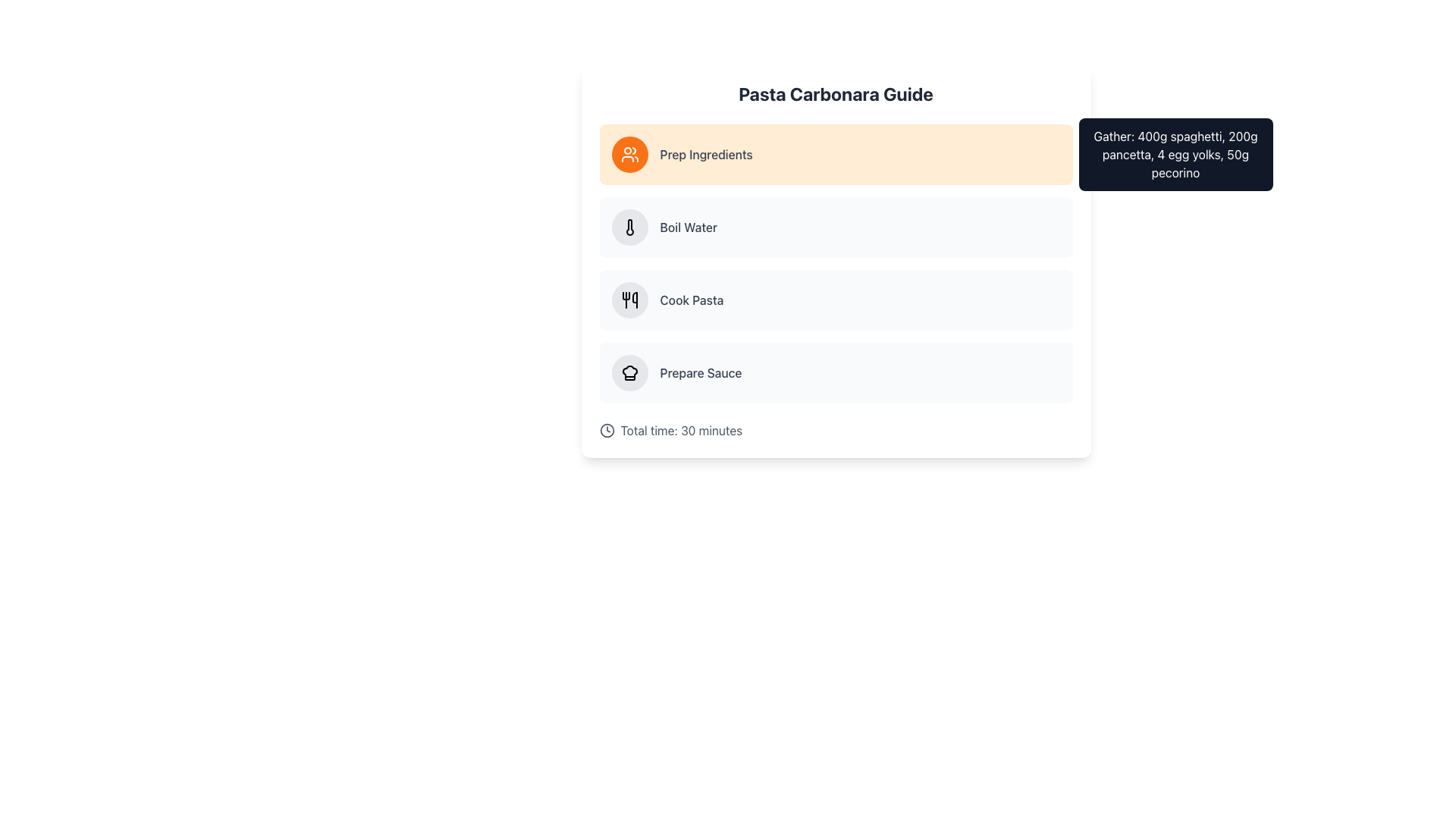 The image size is (1456, 819). Describe the element at coordinates (1081, 227) in the screenshot. I see `the position of the Pointer arrow located at the left edge of the tooltip box associated with the 'Prep Ingredients' option in the step-by-step guide` at that location.